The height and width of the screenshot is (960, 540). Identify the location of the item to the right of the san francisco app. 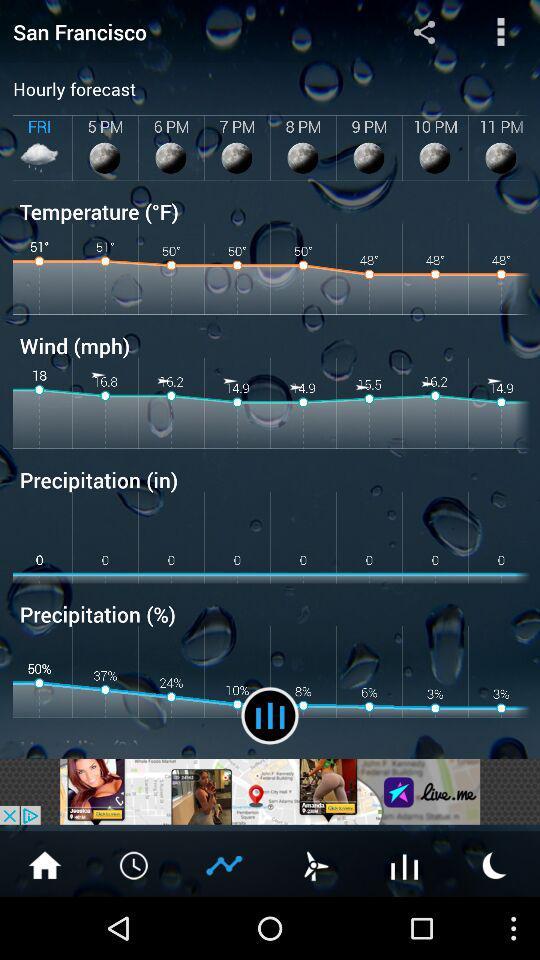
(423, 30).